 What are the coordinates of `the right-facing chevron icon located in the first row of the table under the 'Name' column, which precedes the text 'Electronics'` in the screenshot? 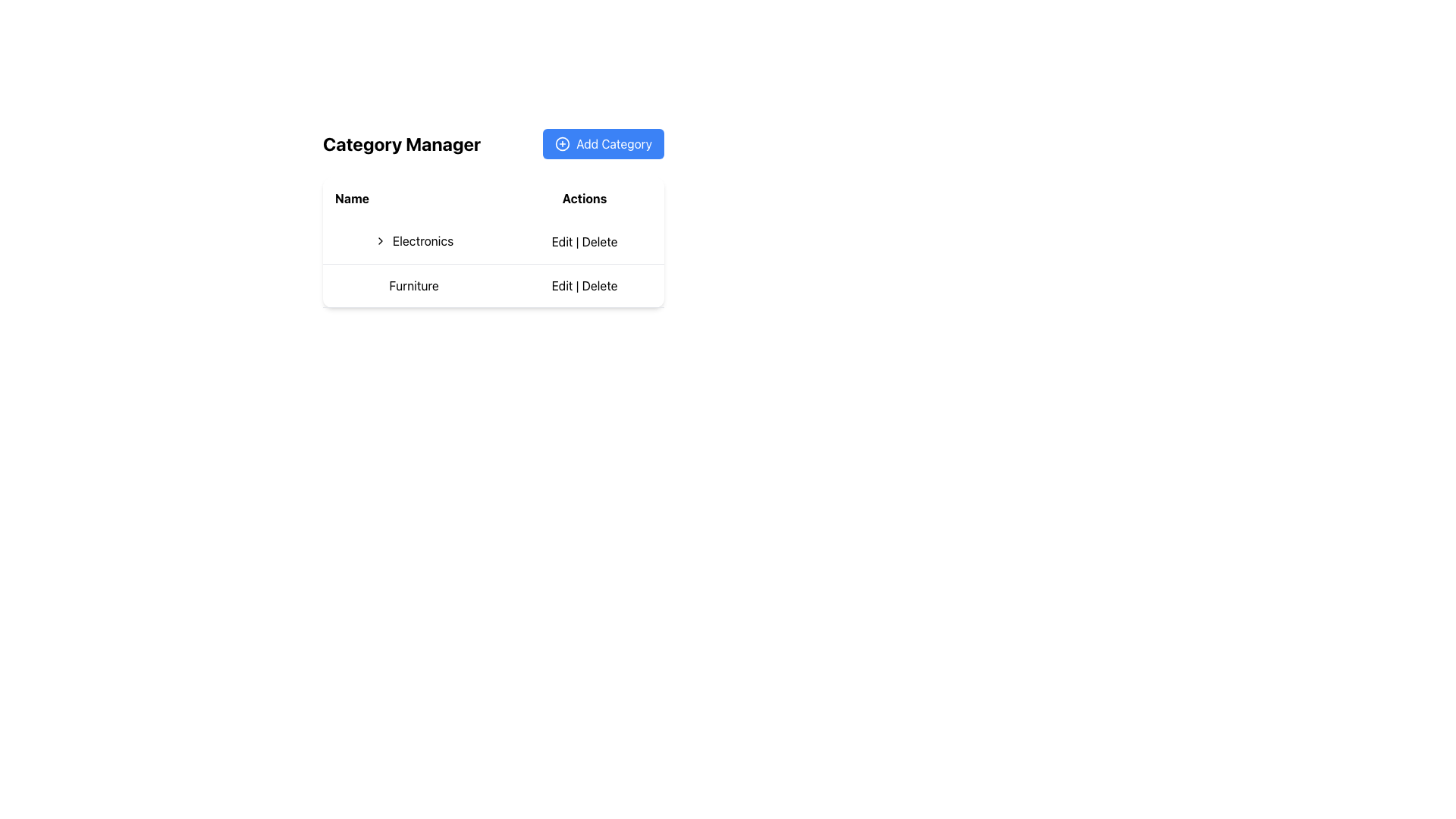 It's located at (380, 240).